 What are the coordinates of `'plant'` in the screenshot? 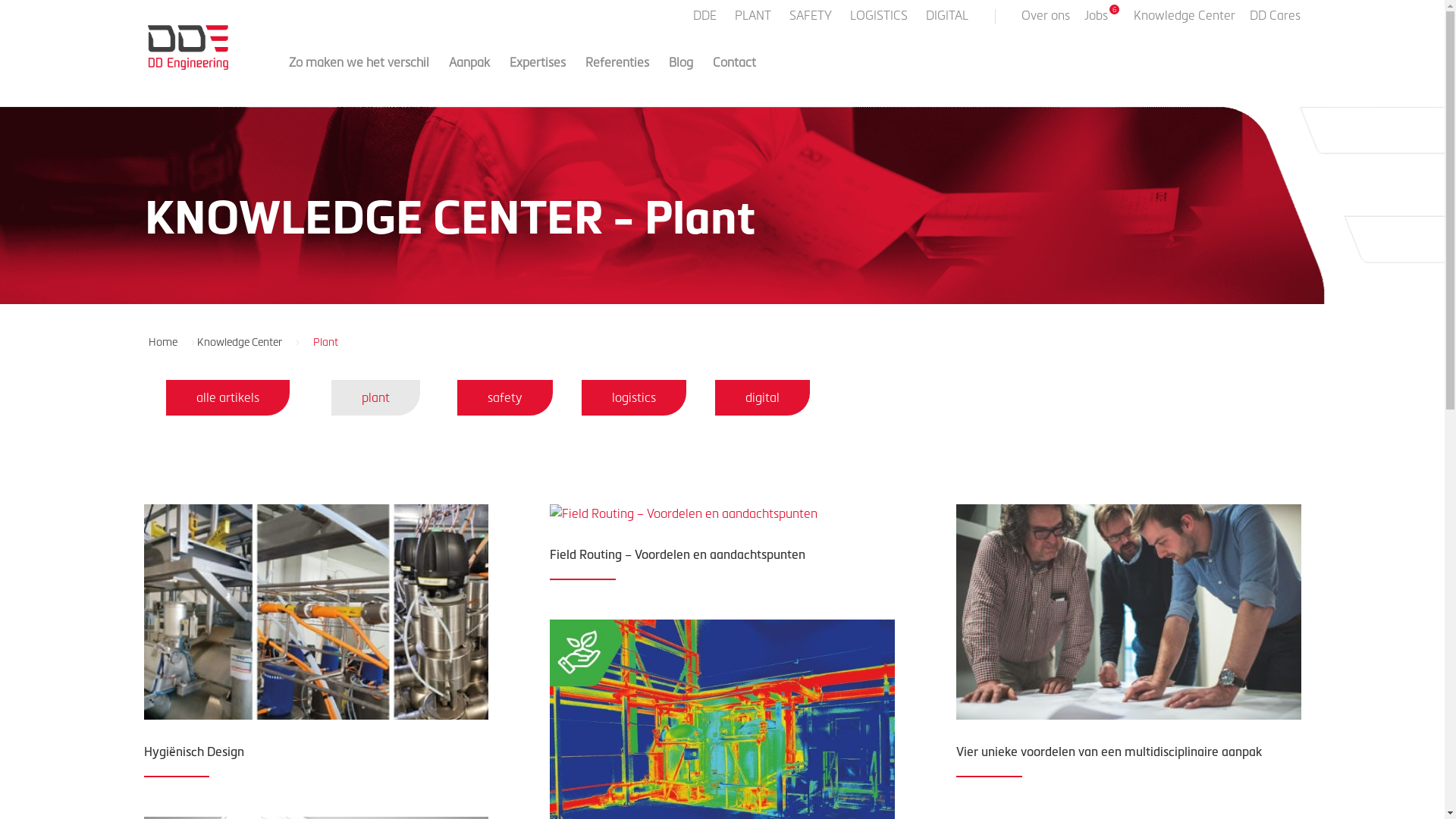 It's located at (375, 397).